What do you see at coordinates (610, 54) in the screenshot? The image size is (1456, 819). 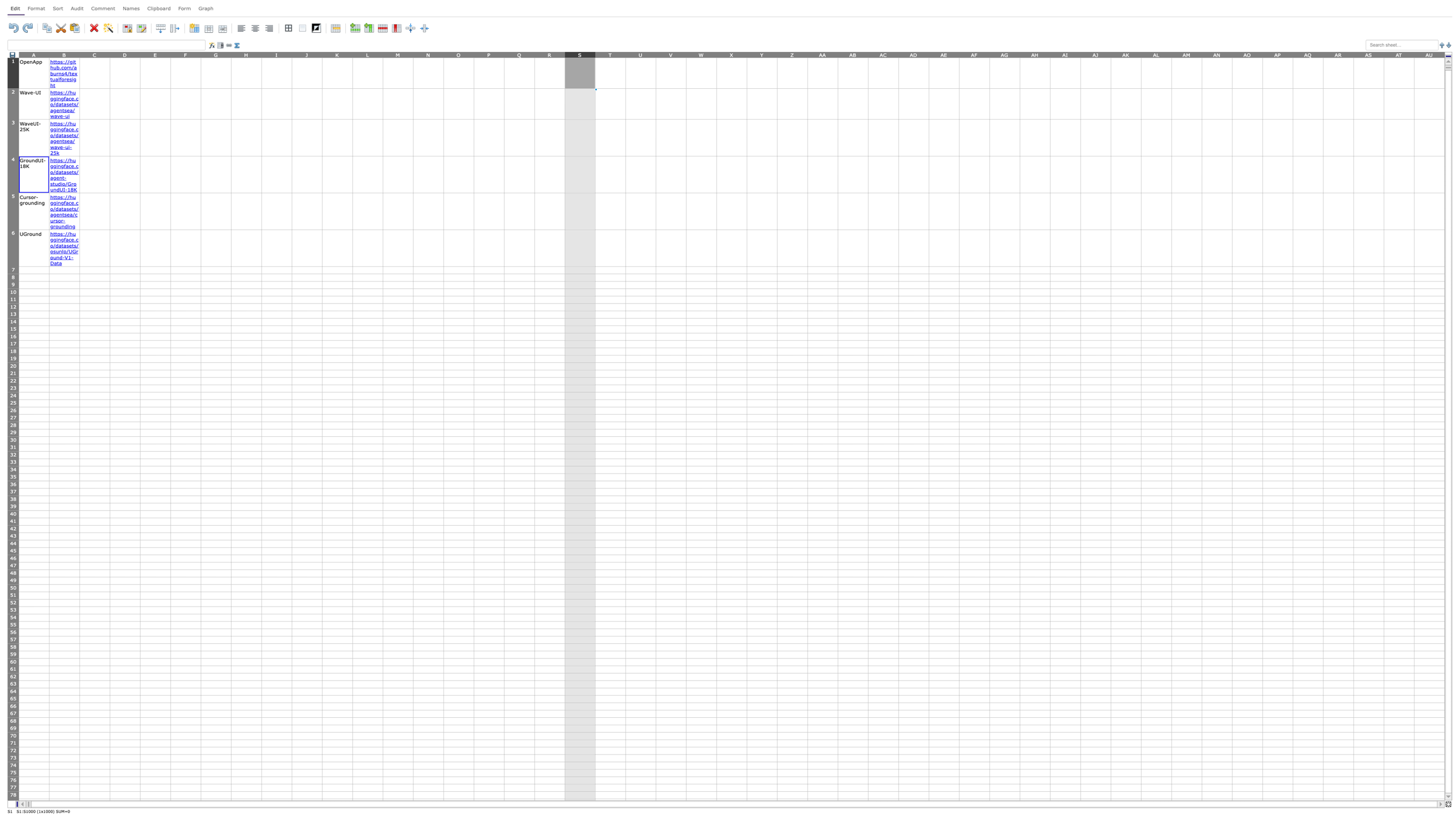 I see `column T` at bounding box center [610, 54].